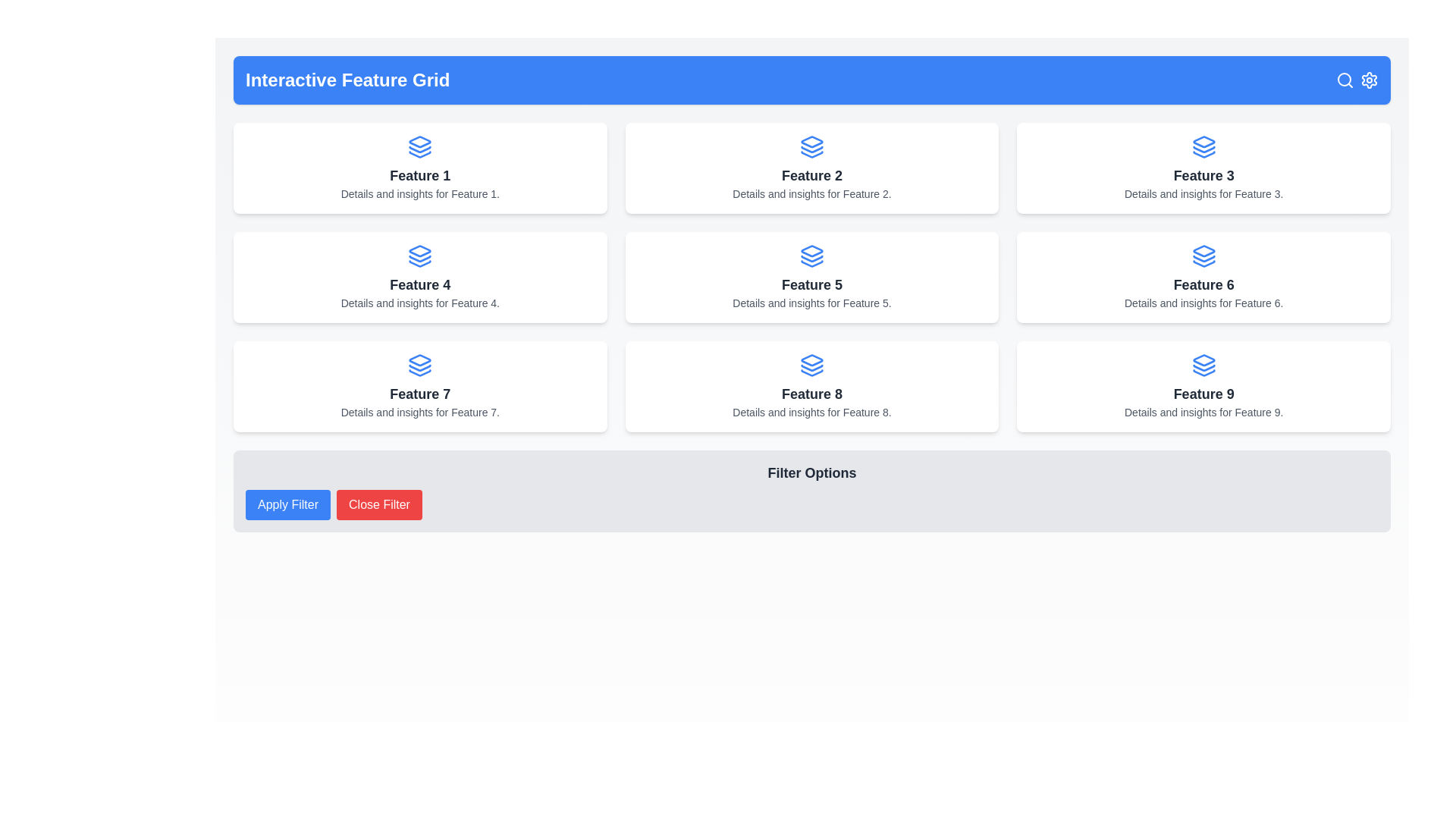 This screenshot has height=819, width=1456. I want to click on the decorative icon layer of the 'Feature 1' card, which is positioned at the top-left corner of the grid layout, so click(420, 149).